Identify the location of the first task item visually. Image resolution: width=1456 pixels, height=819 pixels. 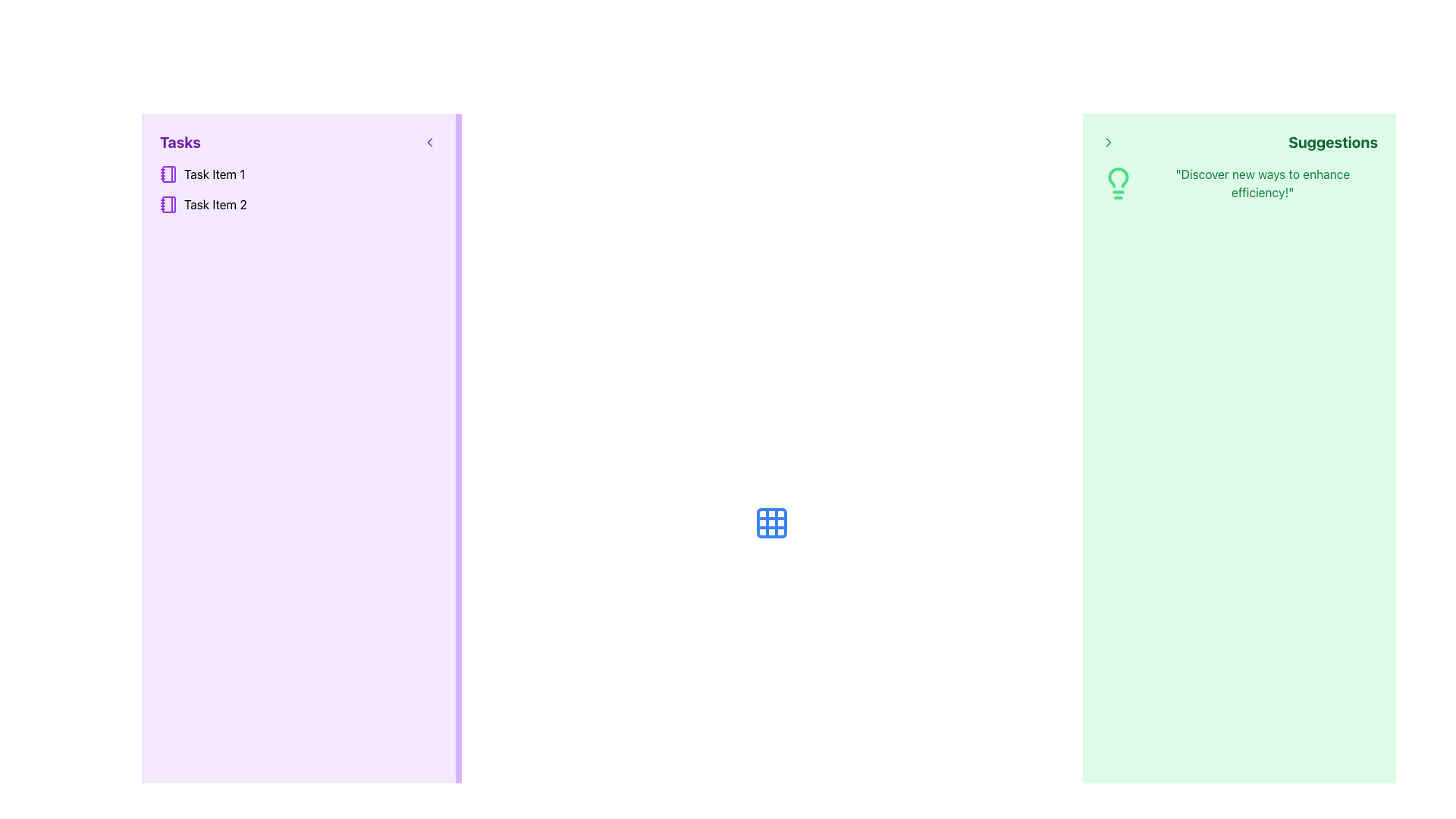
(168, 174).